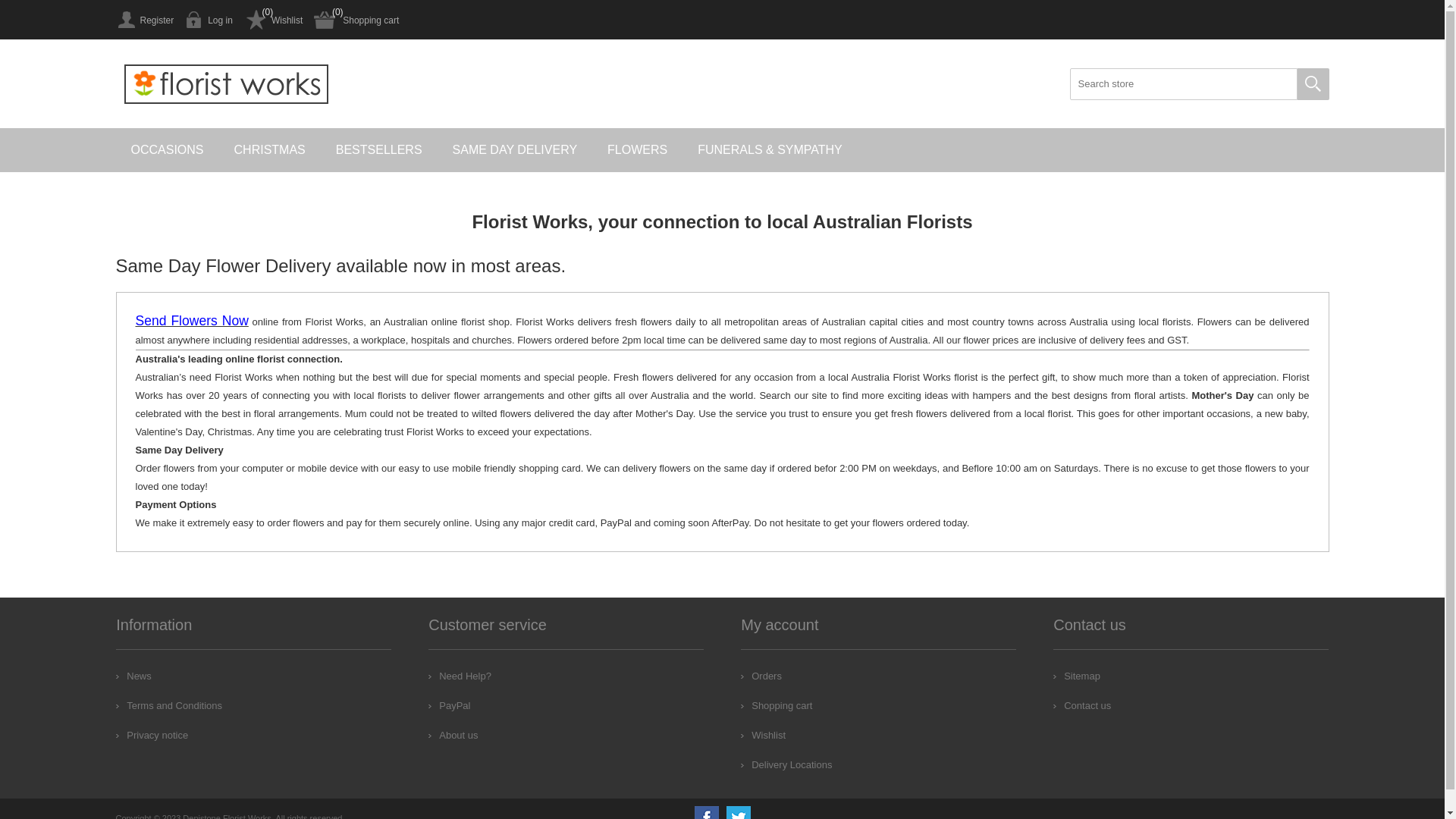  What do you see at coordinates (115, 734) in the screenshot?
I see `'Privacy notice'` at bounding box center [115, 734].